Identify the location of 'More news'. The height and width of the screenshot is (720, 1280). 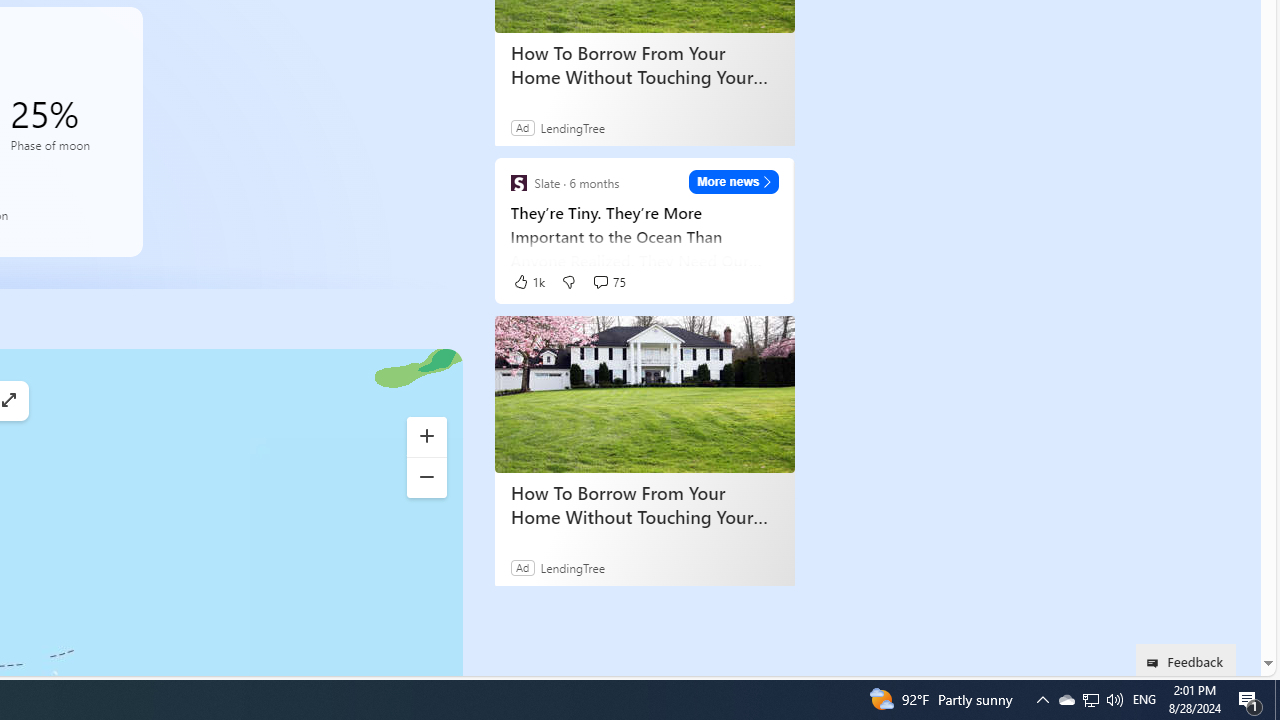
(733, 181).